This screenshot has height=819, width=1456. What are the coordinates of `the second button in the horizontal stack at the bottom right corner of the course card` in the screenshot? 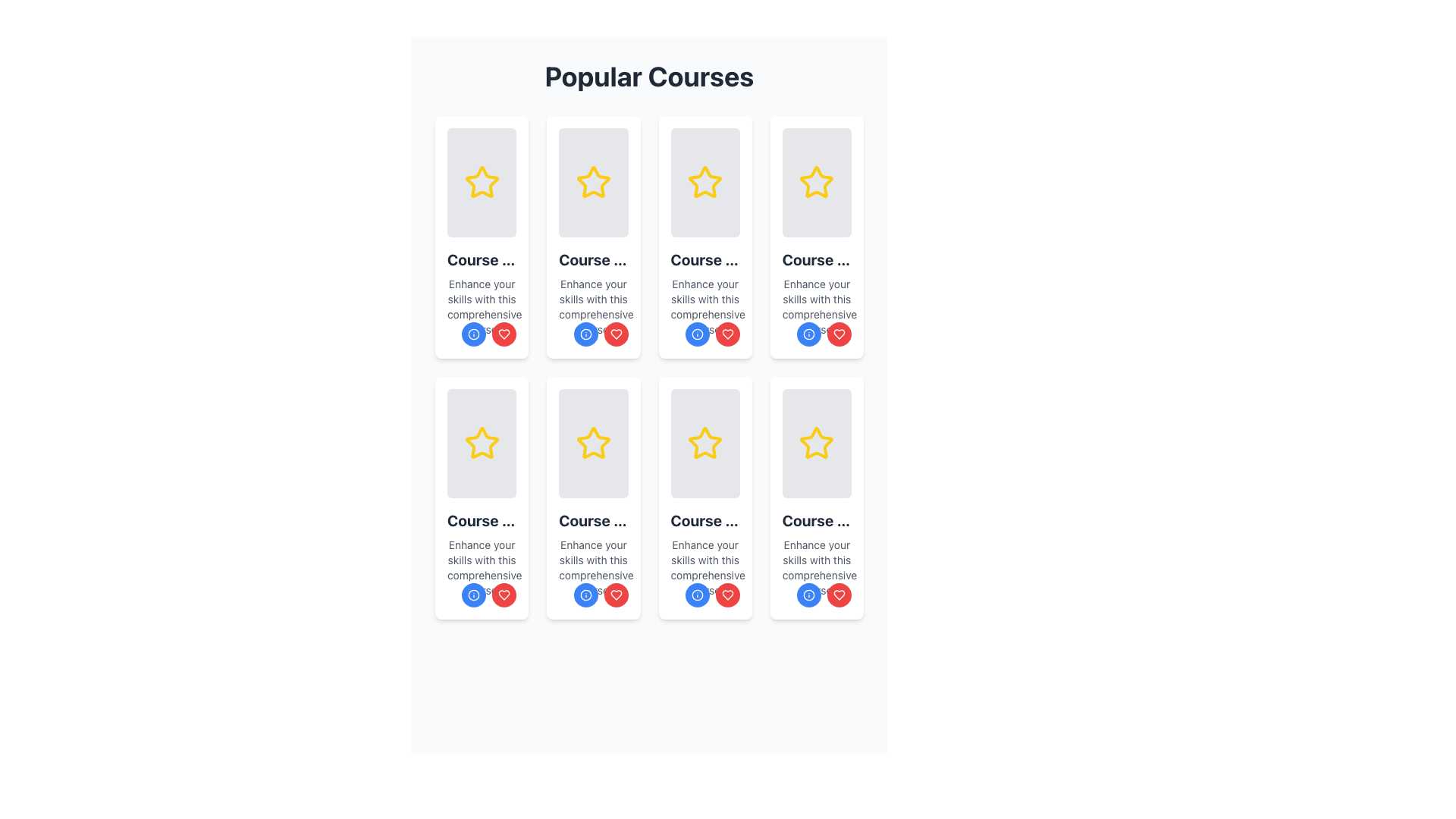 It's located at (711, 595).